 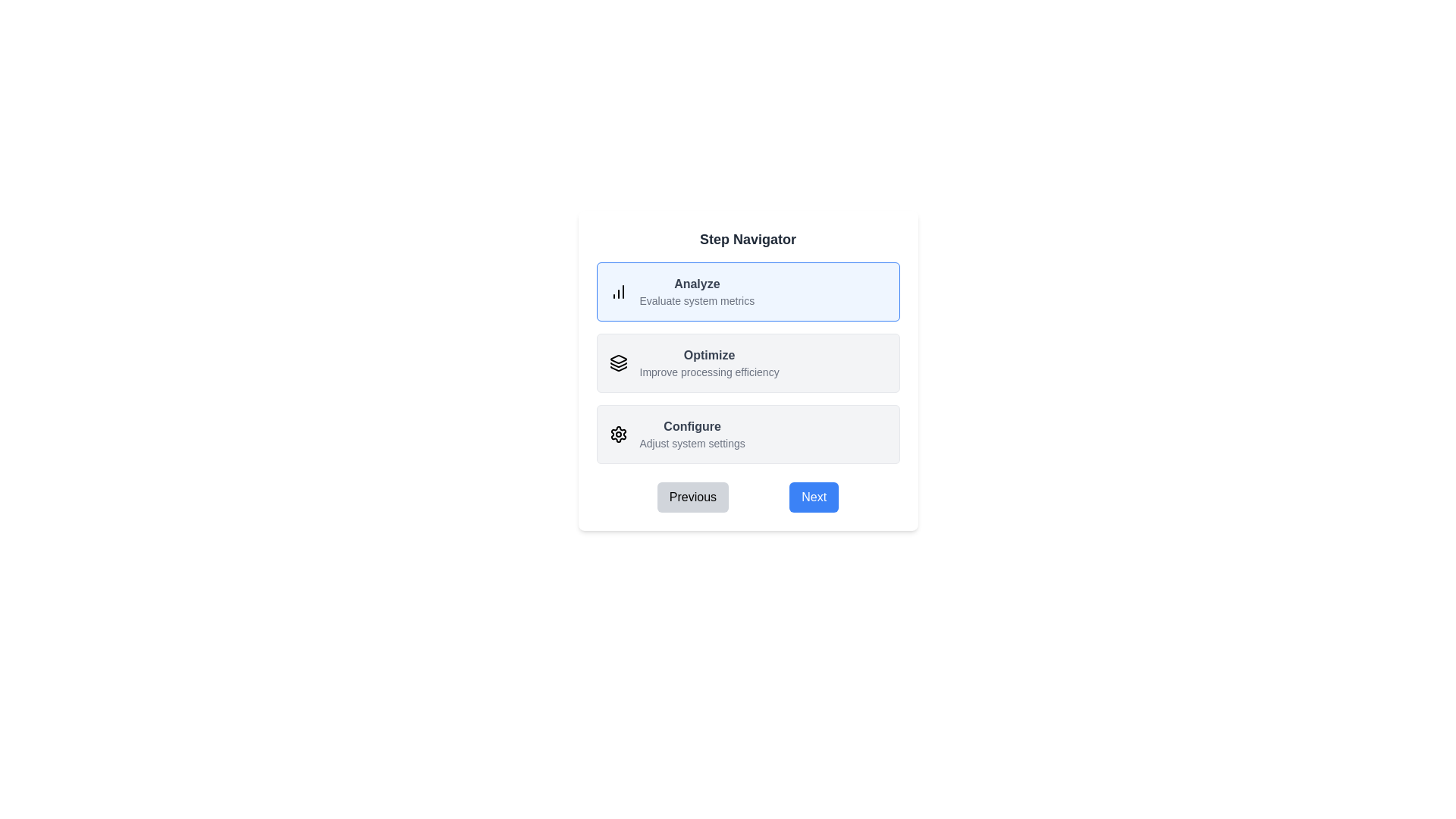 What do you see at coordinates (618, 435) in the screenshot?
I see `the gear icon located at the bottom of the 'Configure' button area` at bounding box center [618, 435].